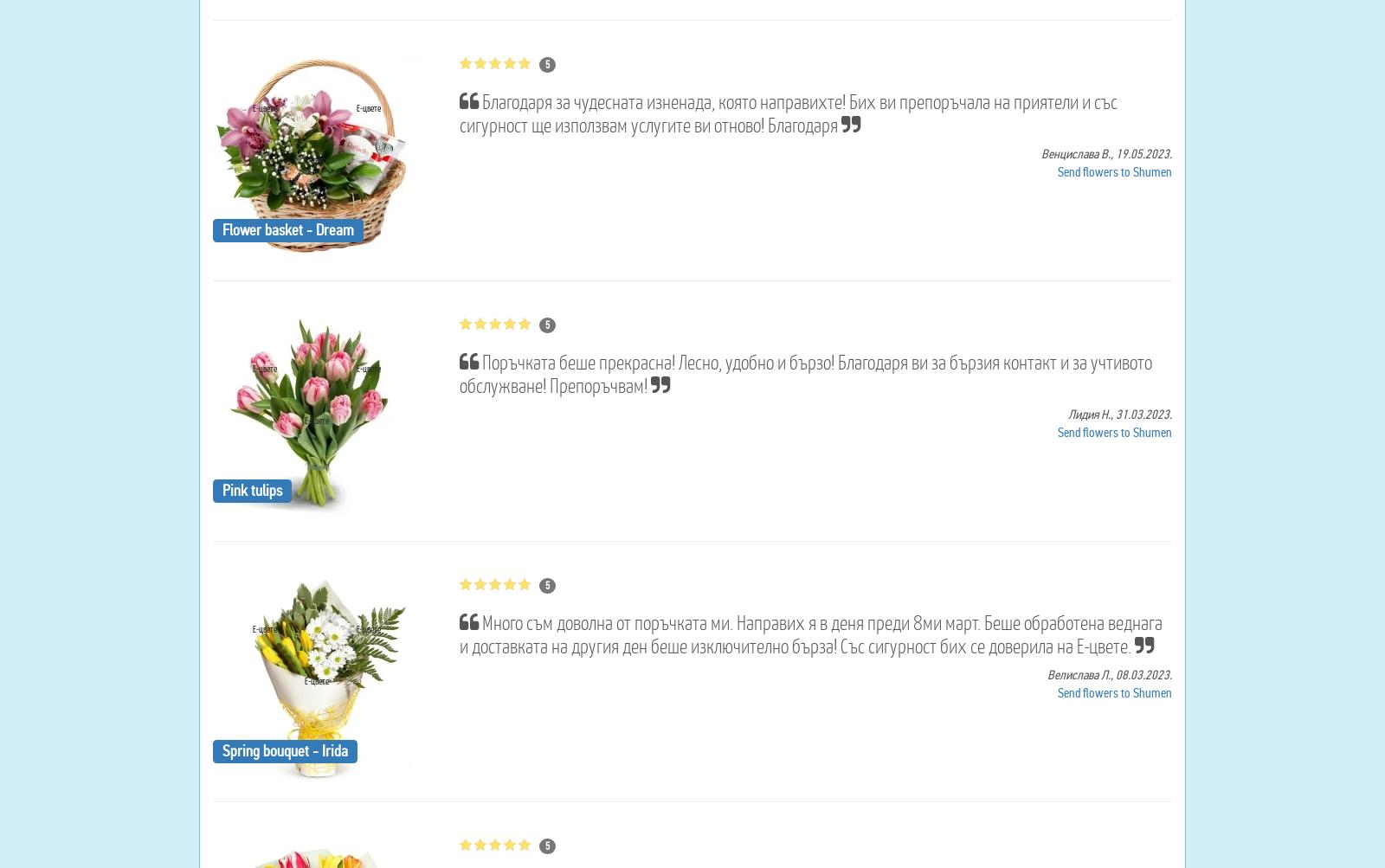 The image size is (1385, 868). Describe the element at coordinates (1143, 414) in the screenshot. I see `'31.03.2023.'` at that location.